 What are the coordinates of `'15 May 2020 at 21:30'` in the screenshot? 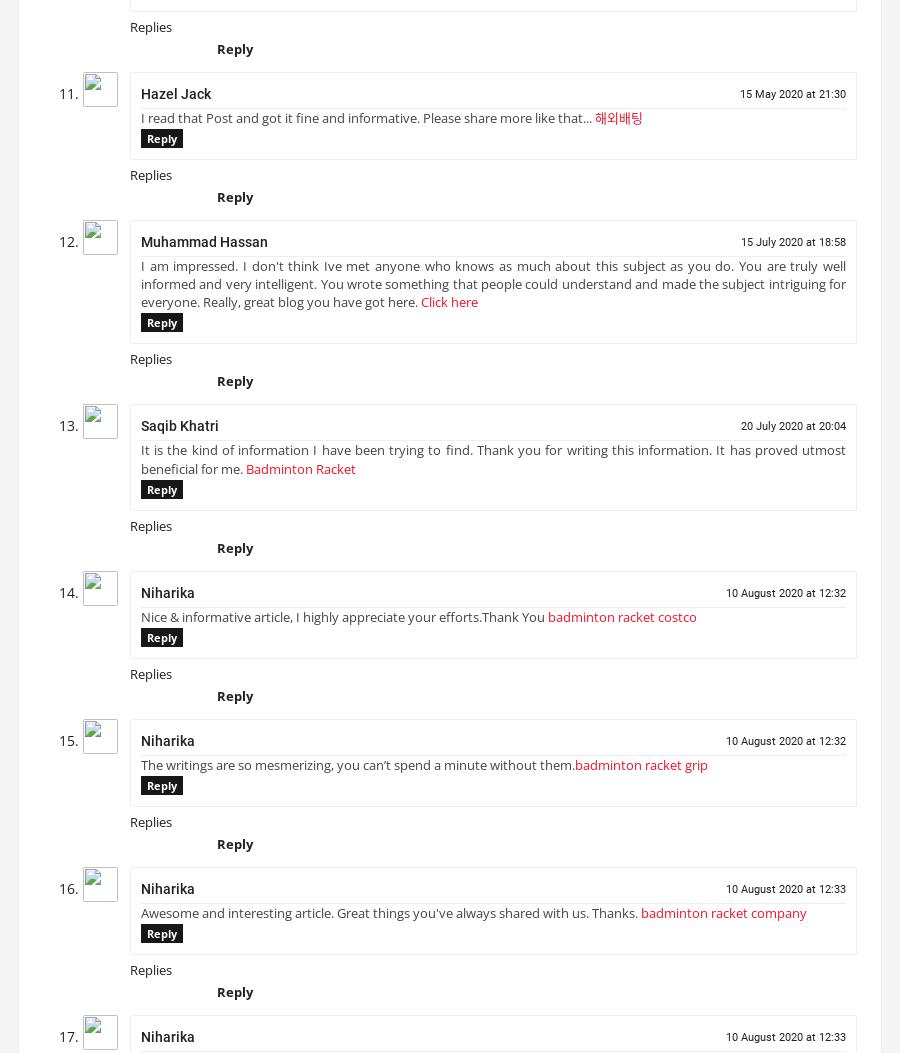 It's located at (792, 101).